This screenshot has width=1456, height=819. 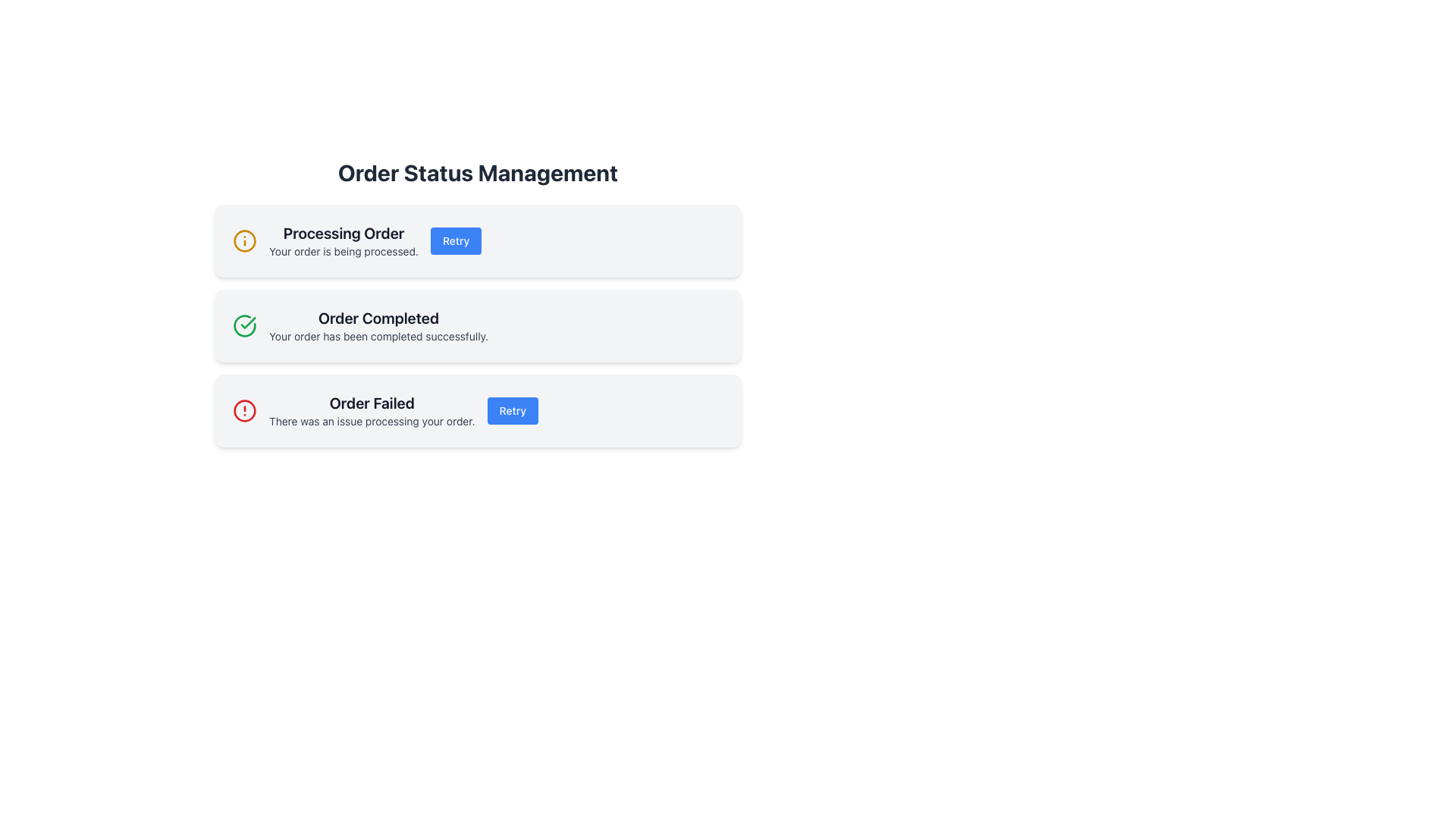 What do you see at coordinates (343, 240) in the screenshot?
I see `displayed text from the Text Display component, which contains the title 'Processing Order' and subtitle 'Your order is being processed.' in a light grey notification box` at bounding box center [343, 240].